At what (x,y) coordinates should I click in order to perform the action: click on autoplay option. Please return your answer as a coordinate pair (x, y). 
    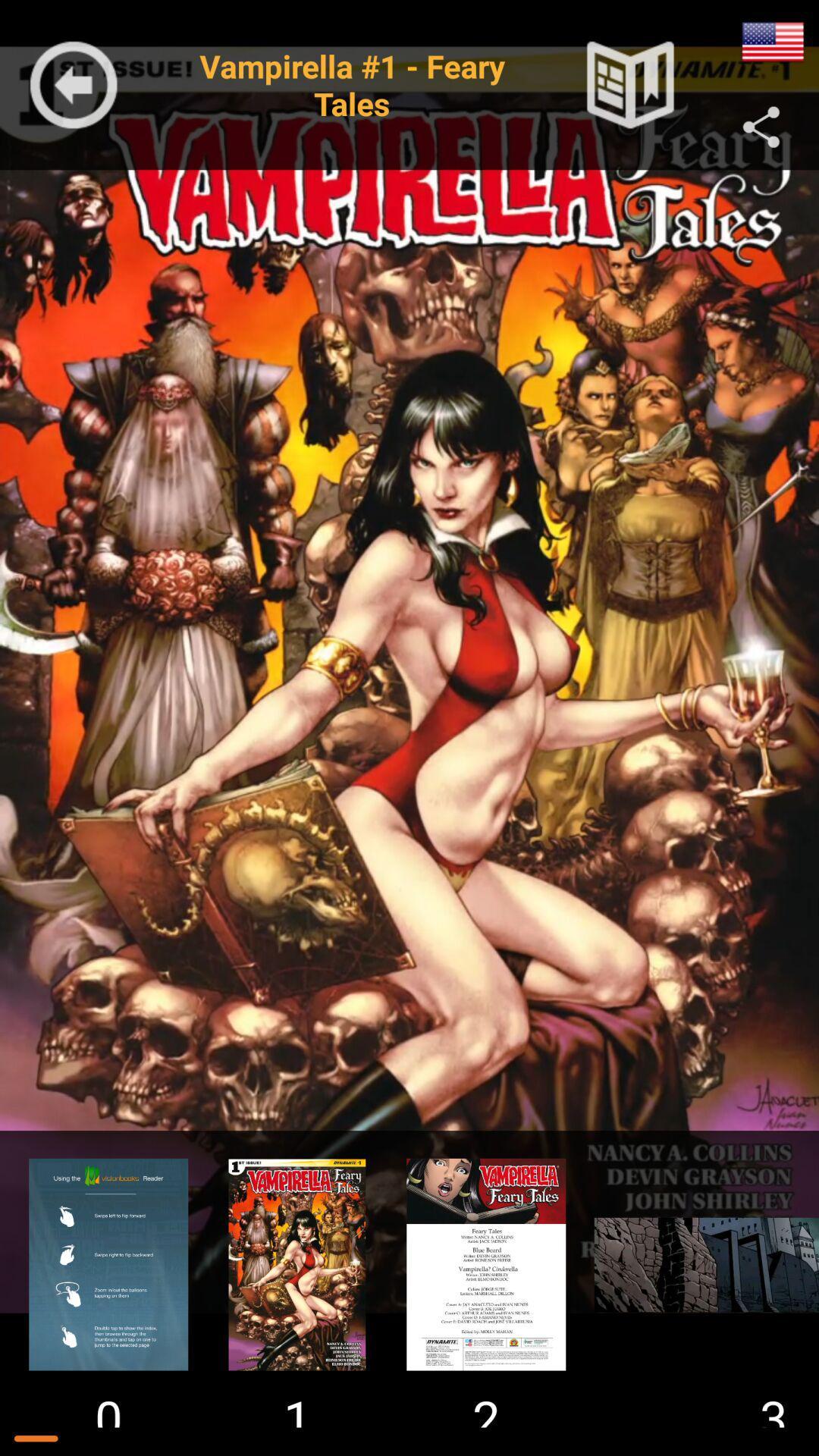
    Looking at the image, I should click on (773, 42).